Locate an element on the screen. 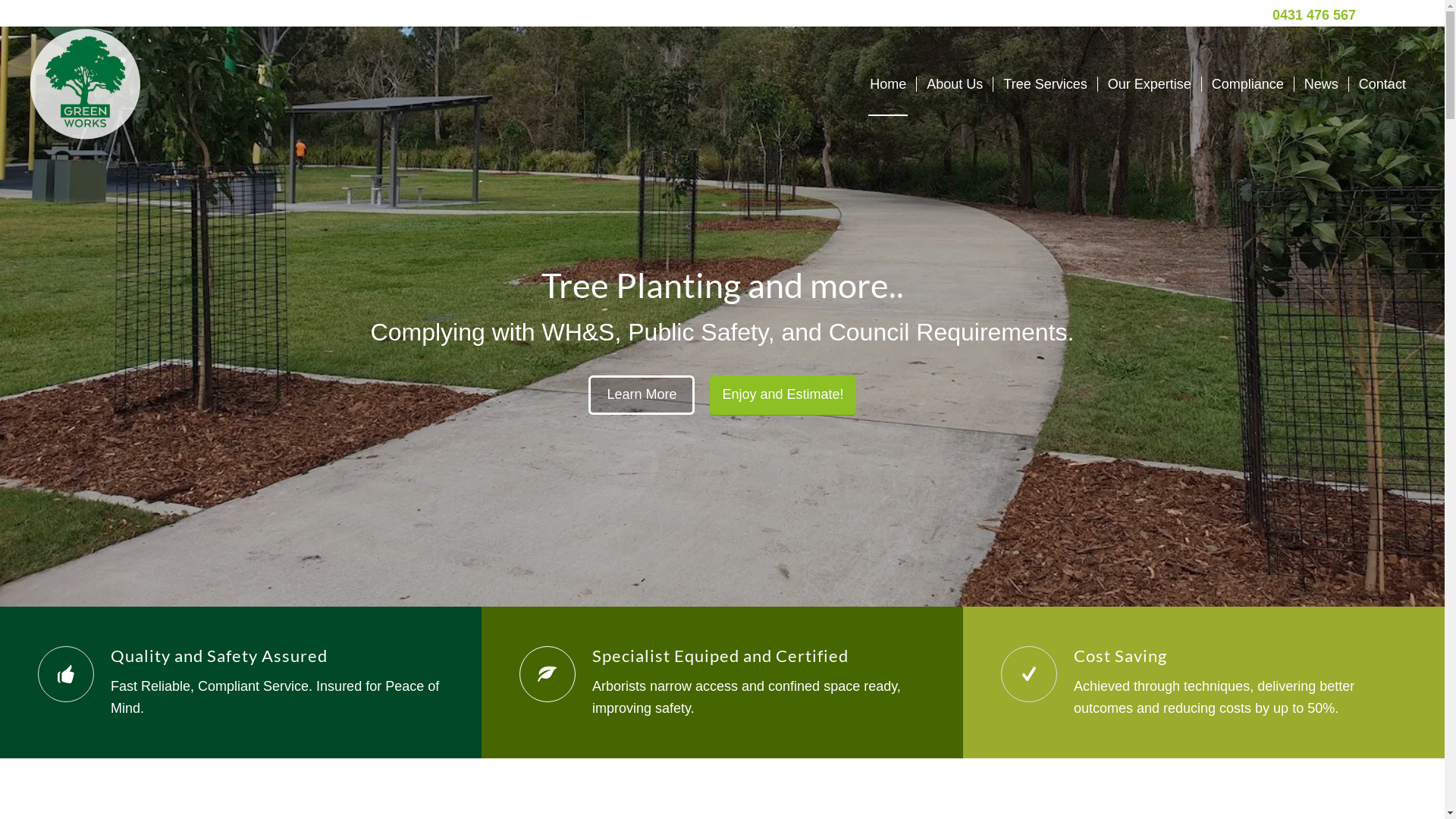  'Learn More' is located at coordinates (641, 394).